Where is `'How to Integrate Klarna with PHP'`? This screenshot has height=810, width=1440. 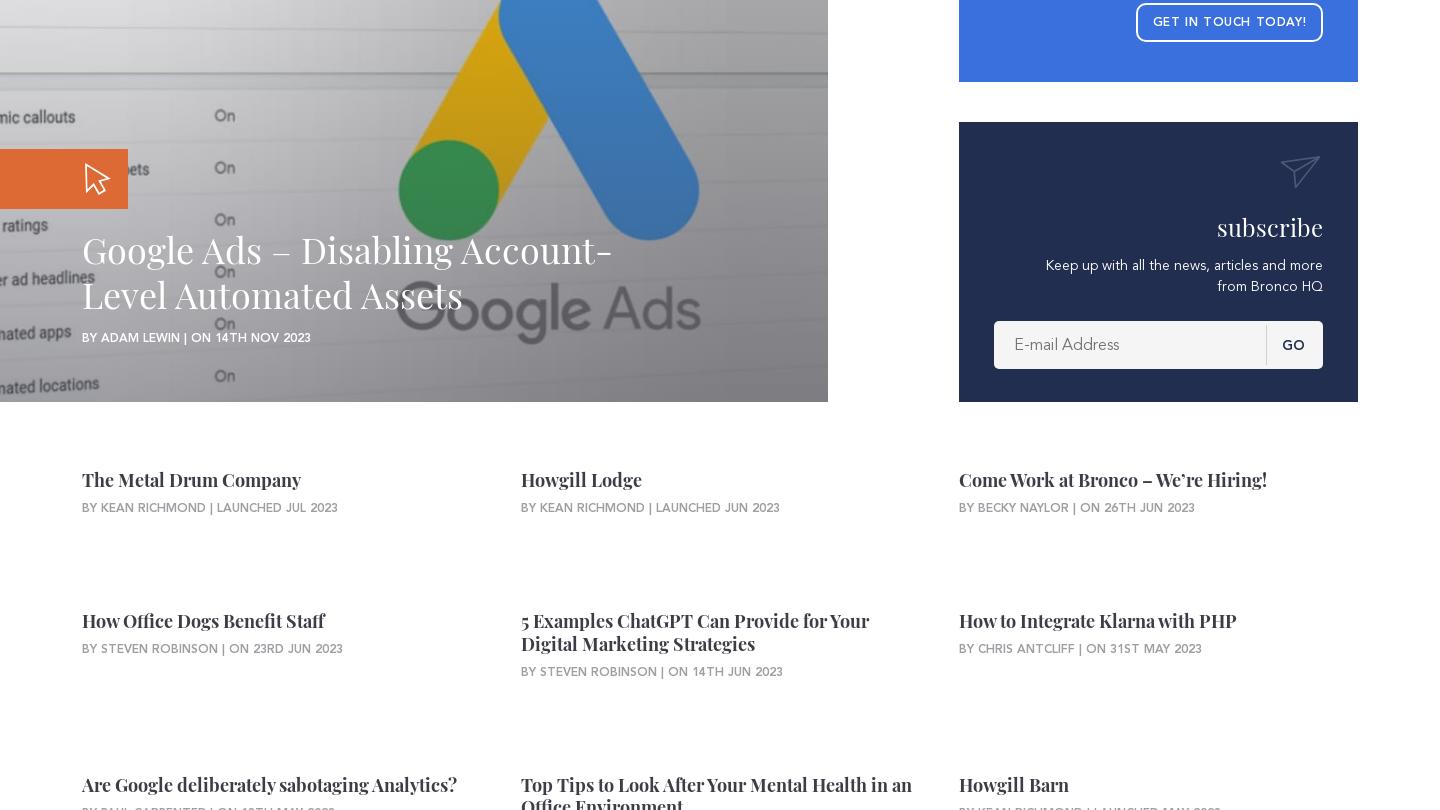 'How to Integrate Klarna with PHP' is located at coordinates (1097, 620).